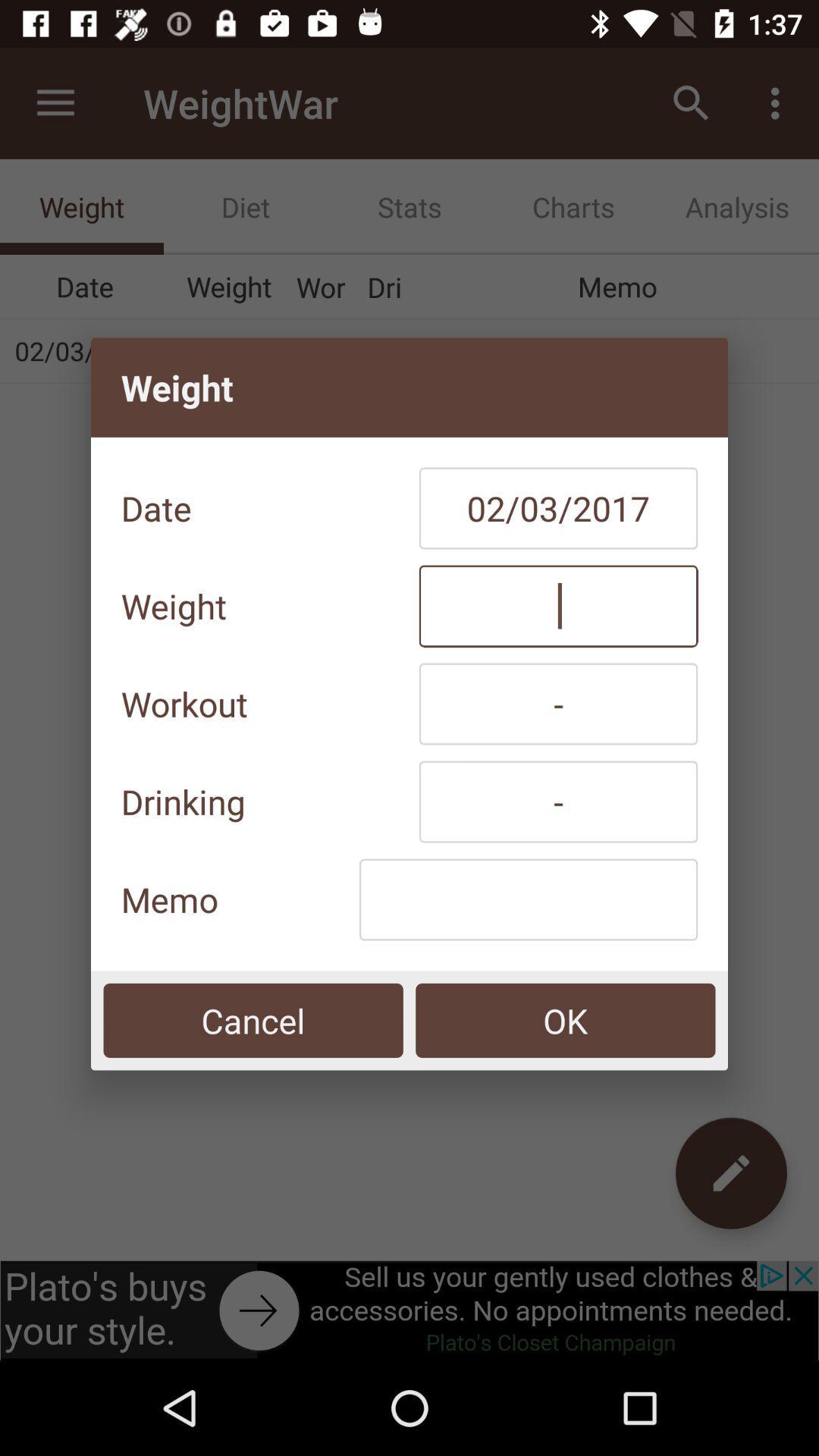  I want to click on icon to the right of weight, so click(558, 605).